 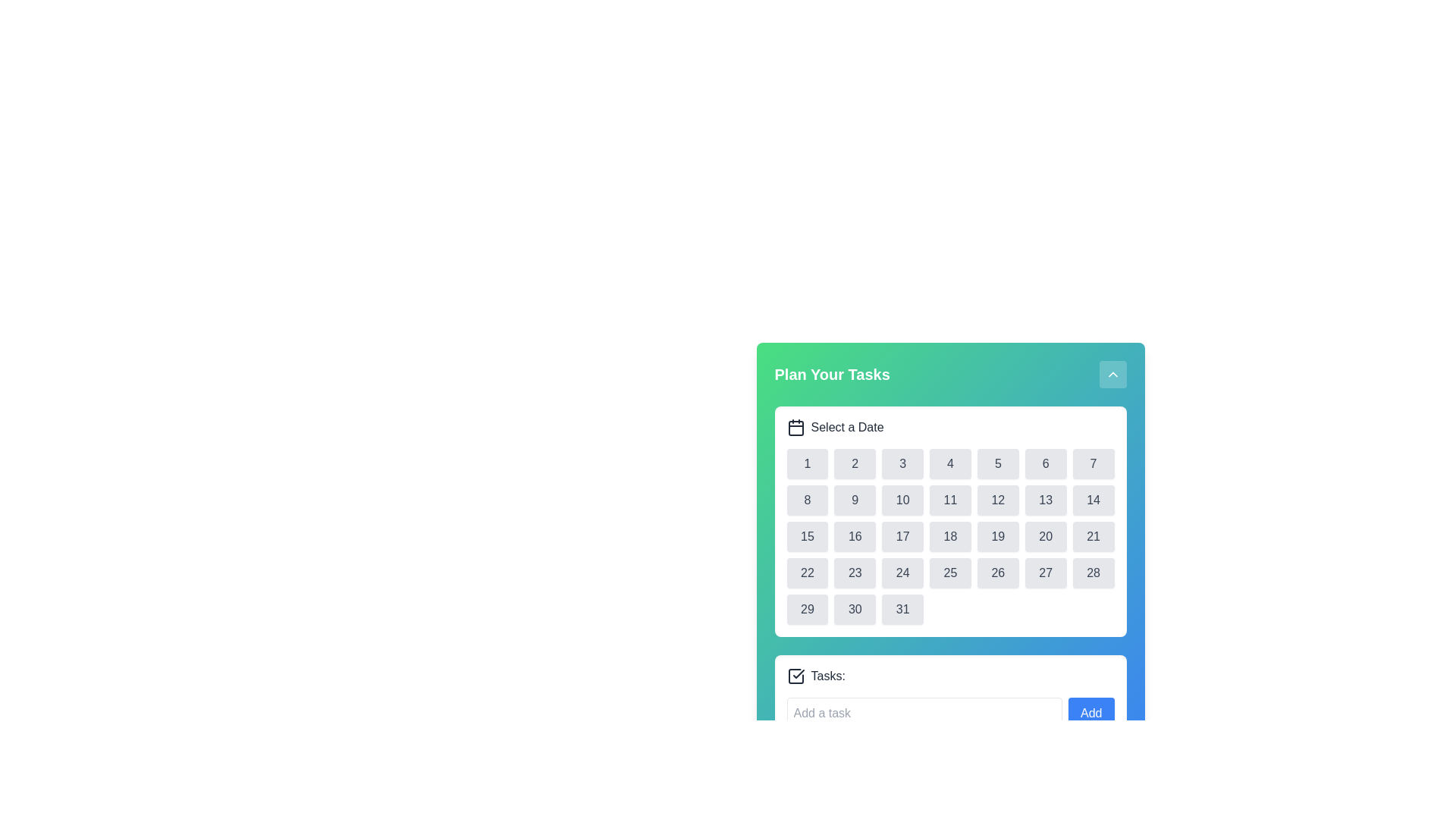 What do you see at coordinates (998, 573) in the screenshot?
I see `the button to select the date '26' within the calendar located in the 'Plan Your Tasks' section under 'Select a Date'` at bounding box center [998, 573].